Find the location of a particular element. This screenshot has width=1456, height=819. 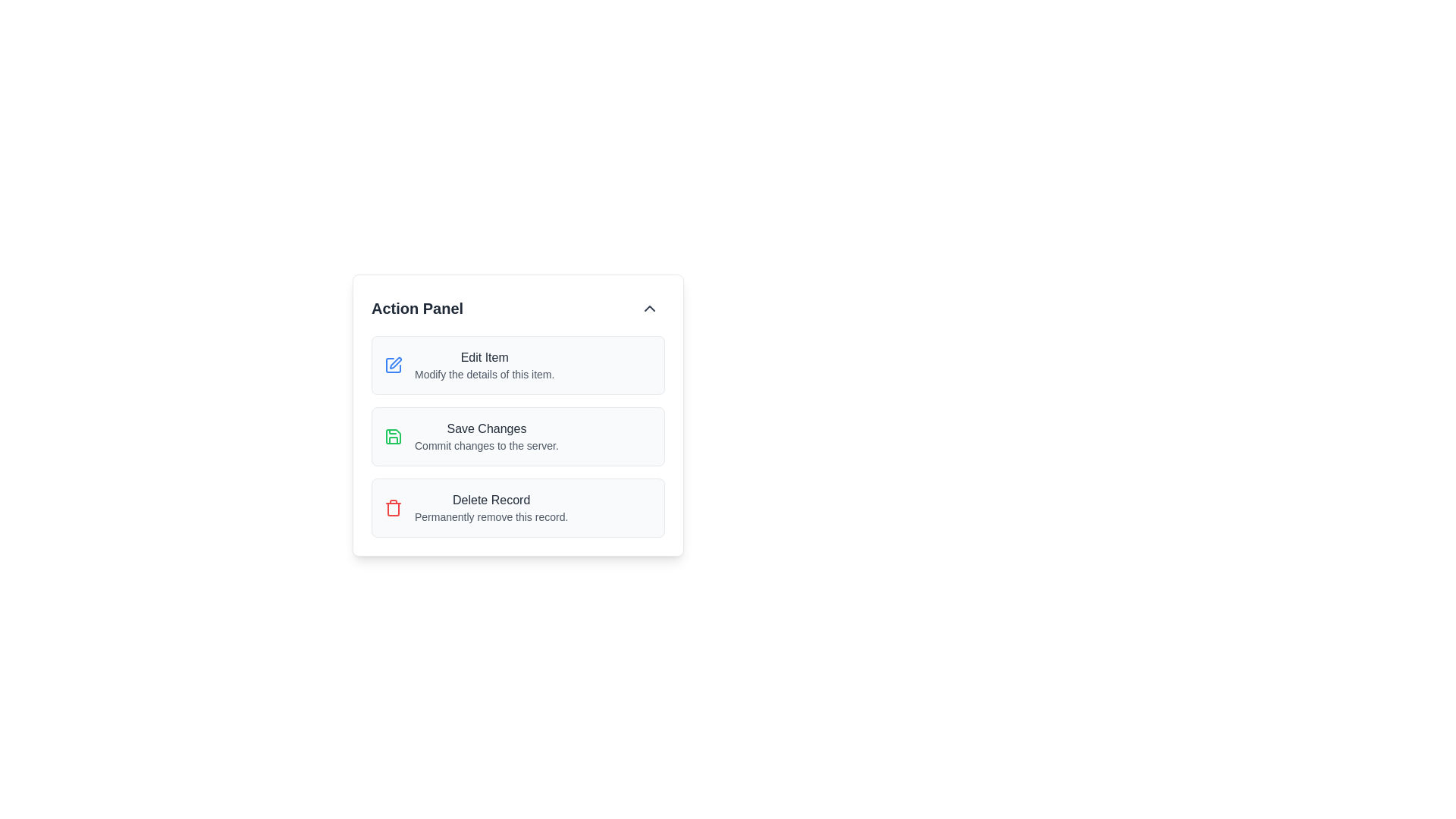

the 'Edit Item' text label, which is styled with medium font weight and dark gray color, located in the 'Action Panel' section for modifying item details is located at coordinates (484, 357).